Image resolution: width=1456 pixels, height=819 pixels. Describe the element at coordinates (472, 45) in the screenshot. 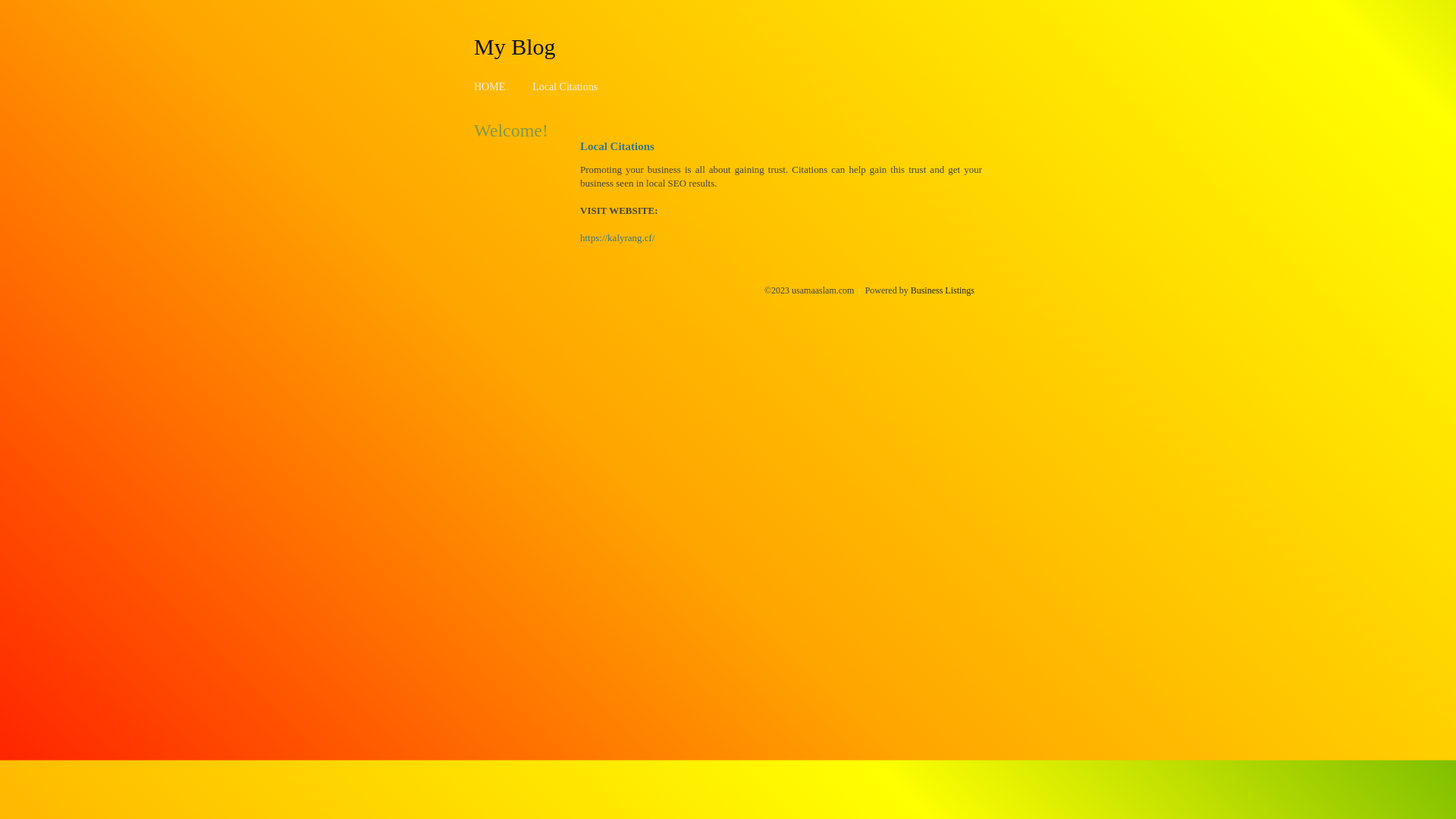

I see `'My Blog'` at that location.